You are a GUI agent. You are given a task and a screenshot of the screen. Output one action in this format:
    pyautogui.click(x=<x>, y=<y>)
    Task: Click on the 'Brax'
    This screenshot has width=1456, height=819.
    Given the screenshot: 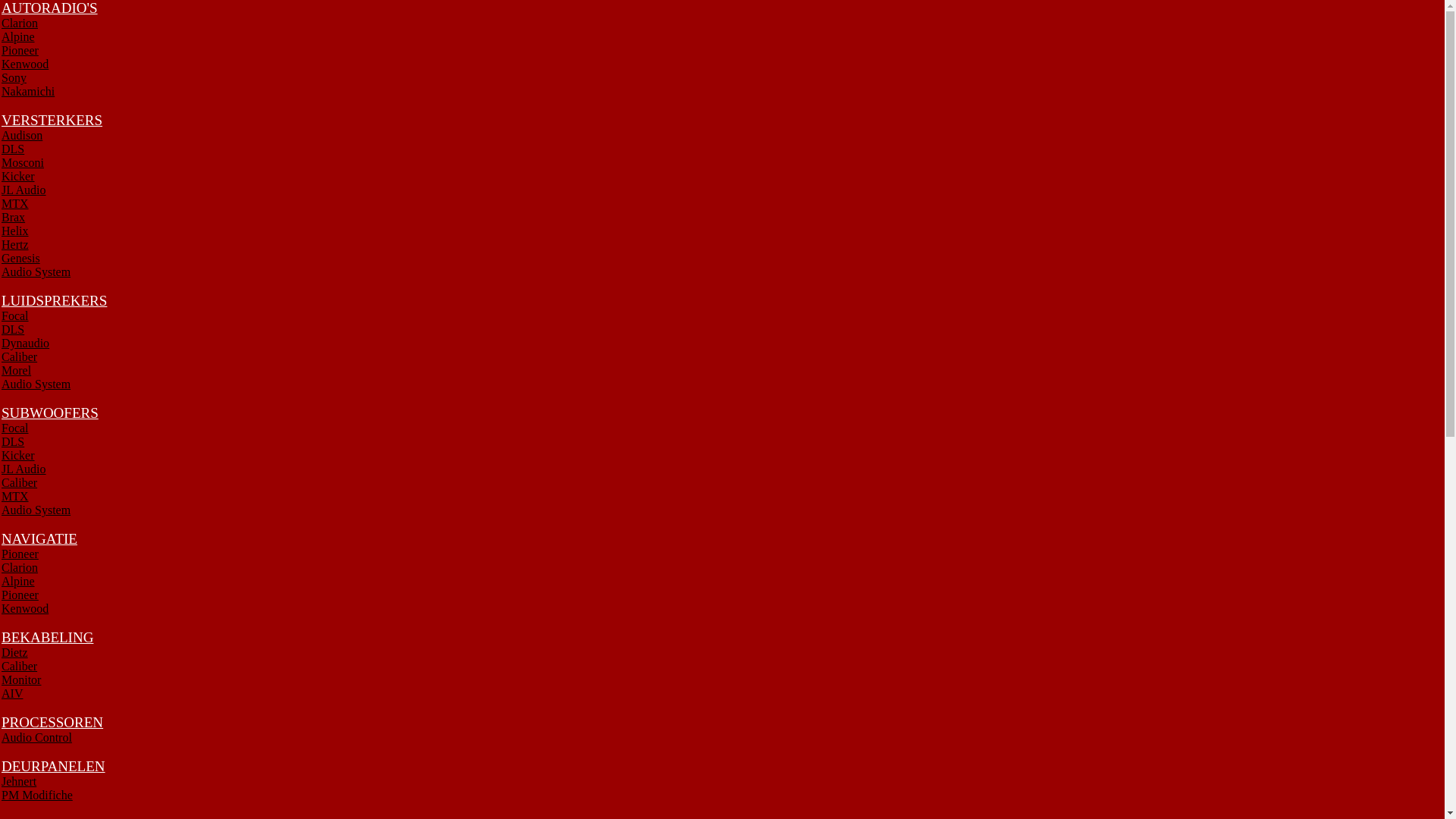 What is the action you would take?
    pyautogui.click(x=13, y=217)
    